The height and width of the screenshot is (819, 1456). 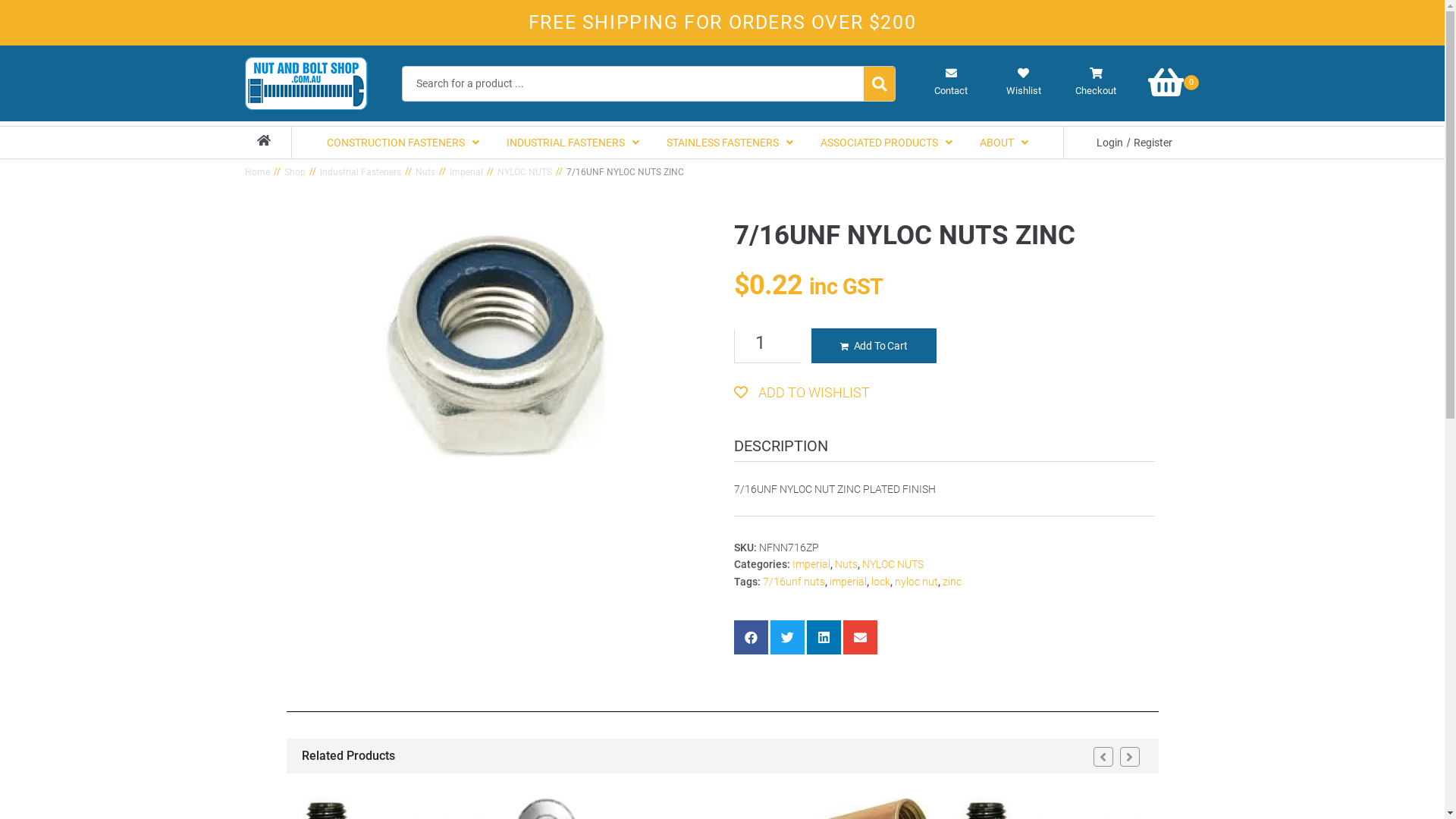 I want to click on 'Home', so click(x=256, y=171).